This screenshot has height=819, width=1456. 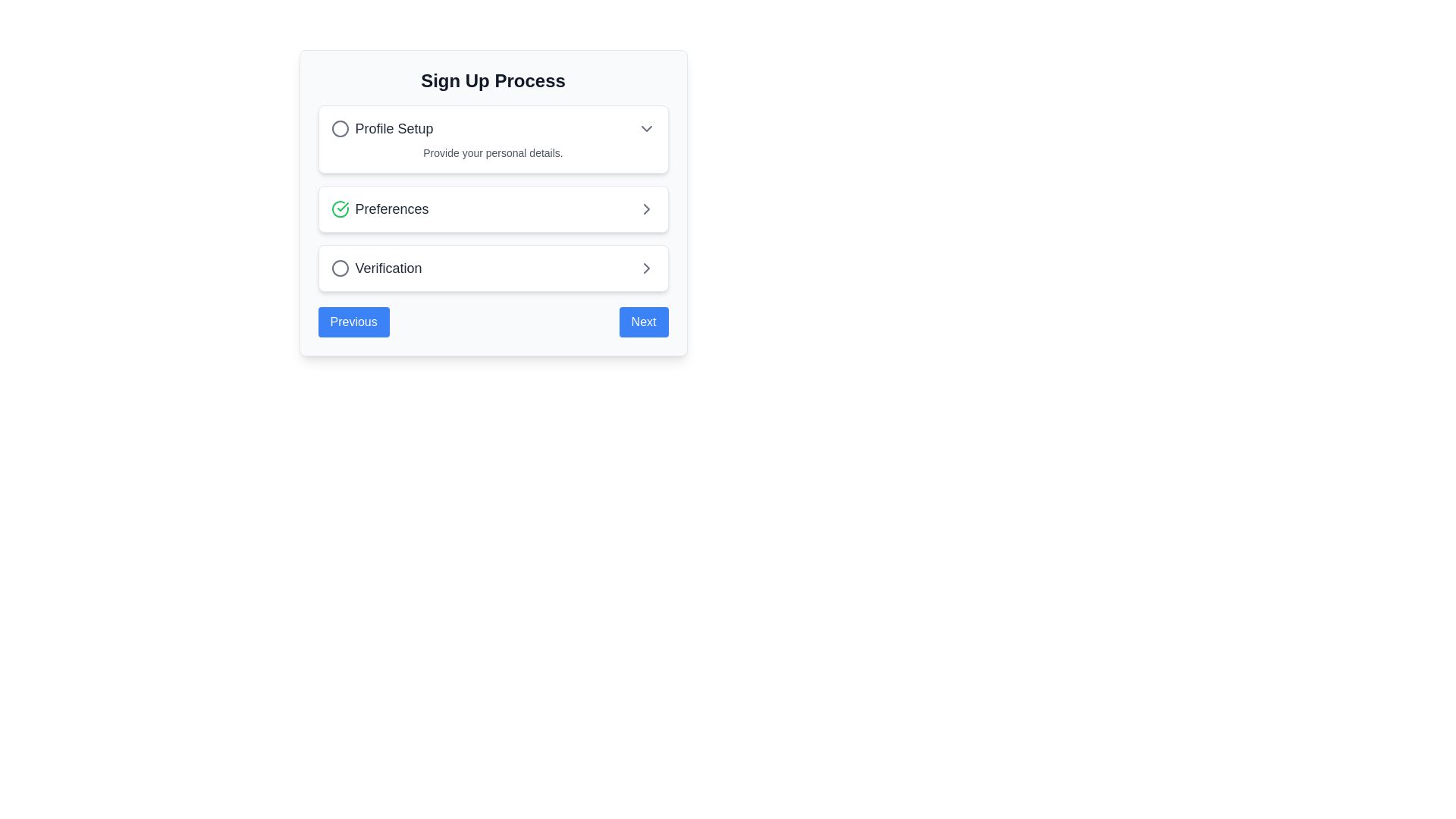 I want to click on the dropdown menu icon located in the 'Profile Setup' section, adjacent to the 'Profile Setup' text, so click(x=646, y=127).